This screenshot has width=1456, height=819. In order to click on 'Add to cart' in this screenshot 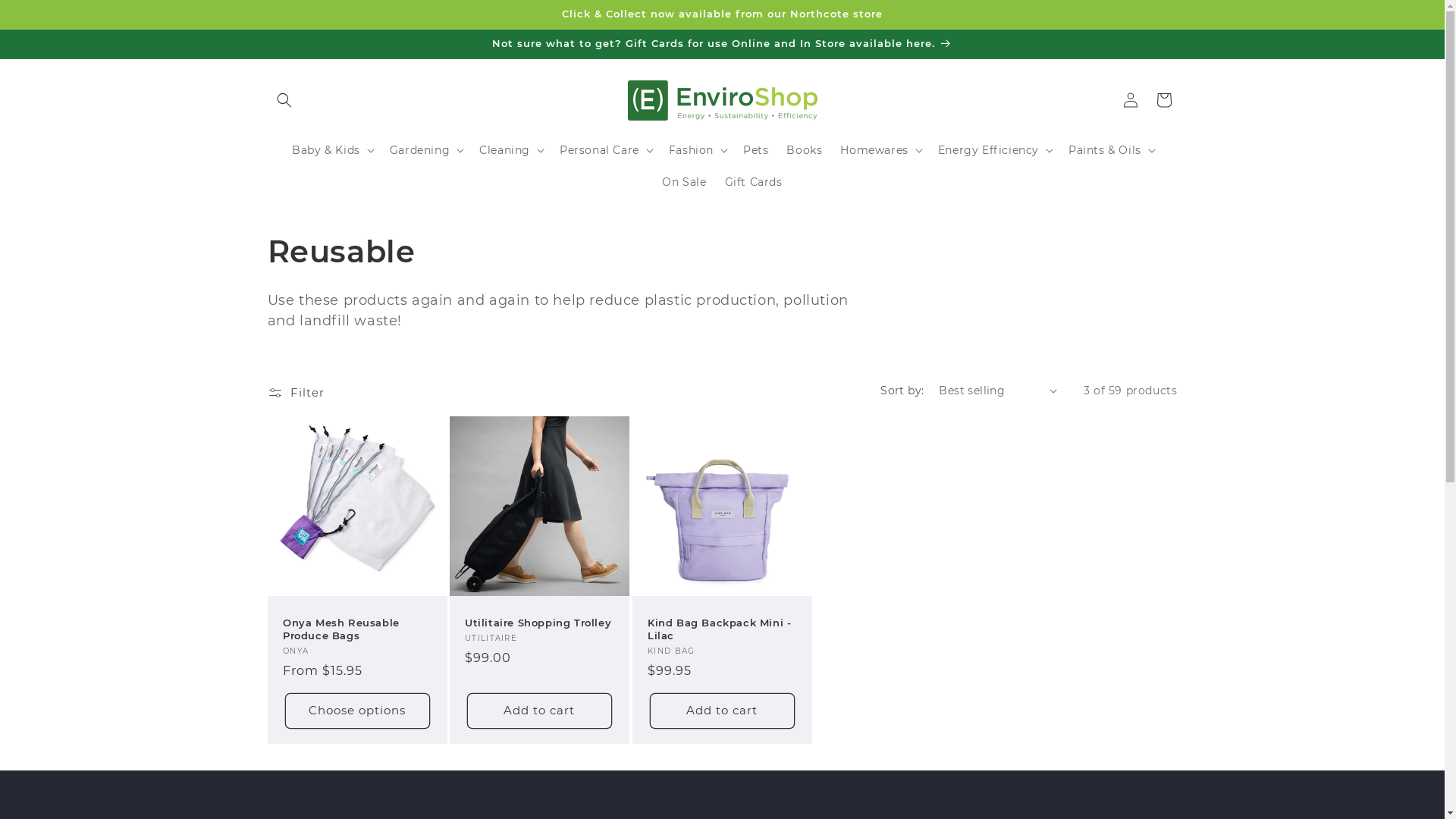, I will do `click(650, 710)`.